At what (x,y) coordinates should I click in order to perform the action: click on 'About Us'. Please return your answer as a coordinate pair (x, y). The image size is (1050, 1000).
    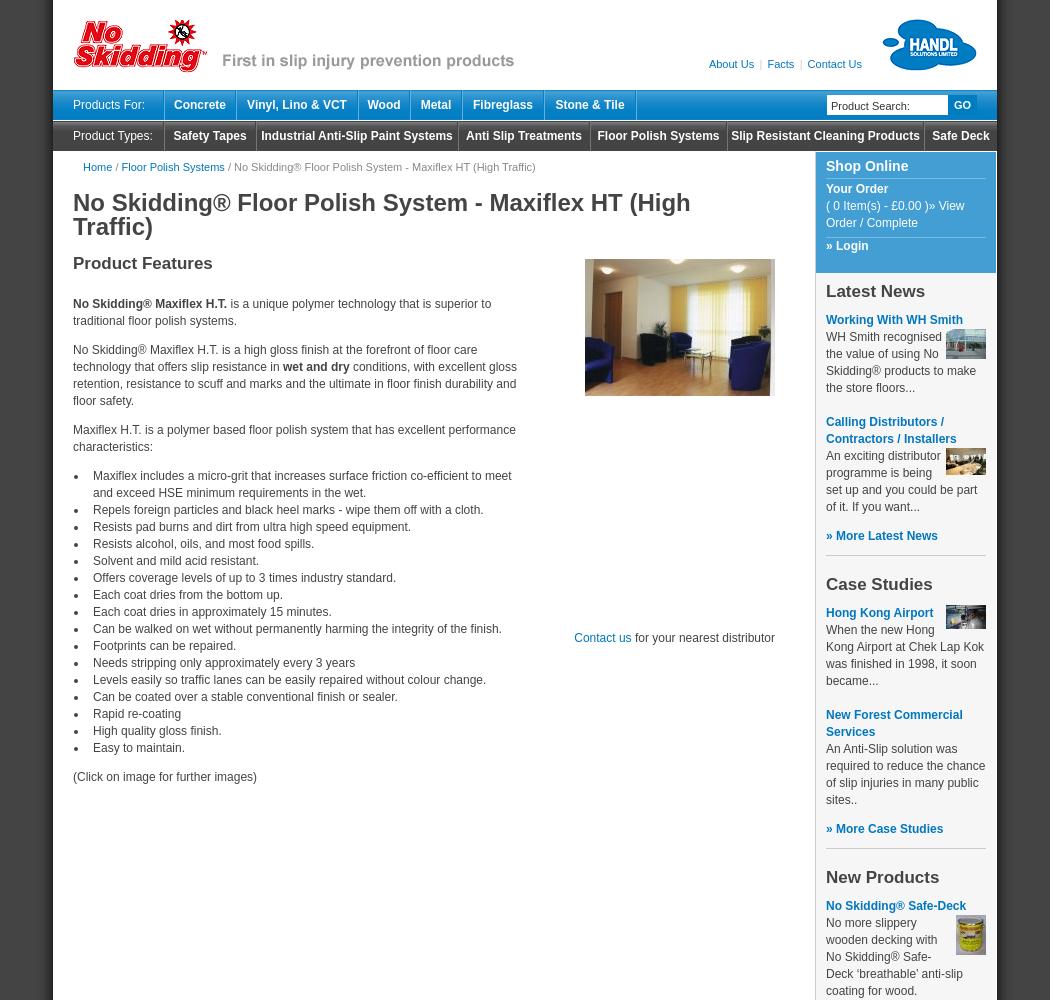
    Looking at the image, I should click on (708, 63).